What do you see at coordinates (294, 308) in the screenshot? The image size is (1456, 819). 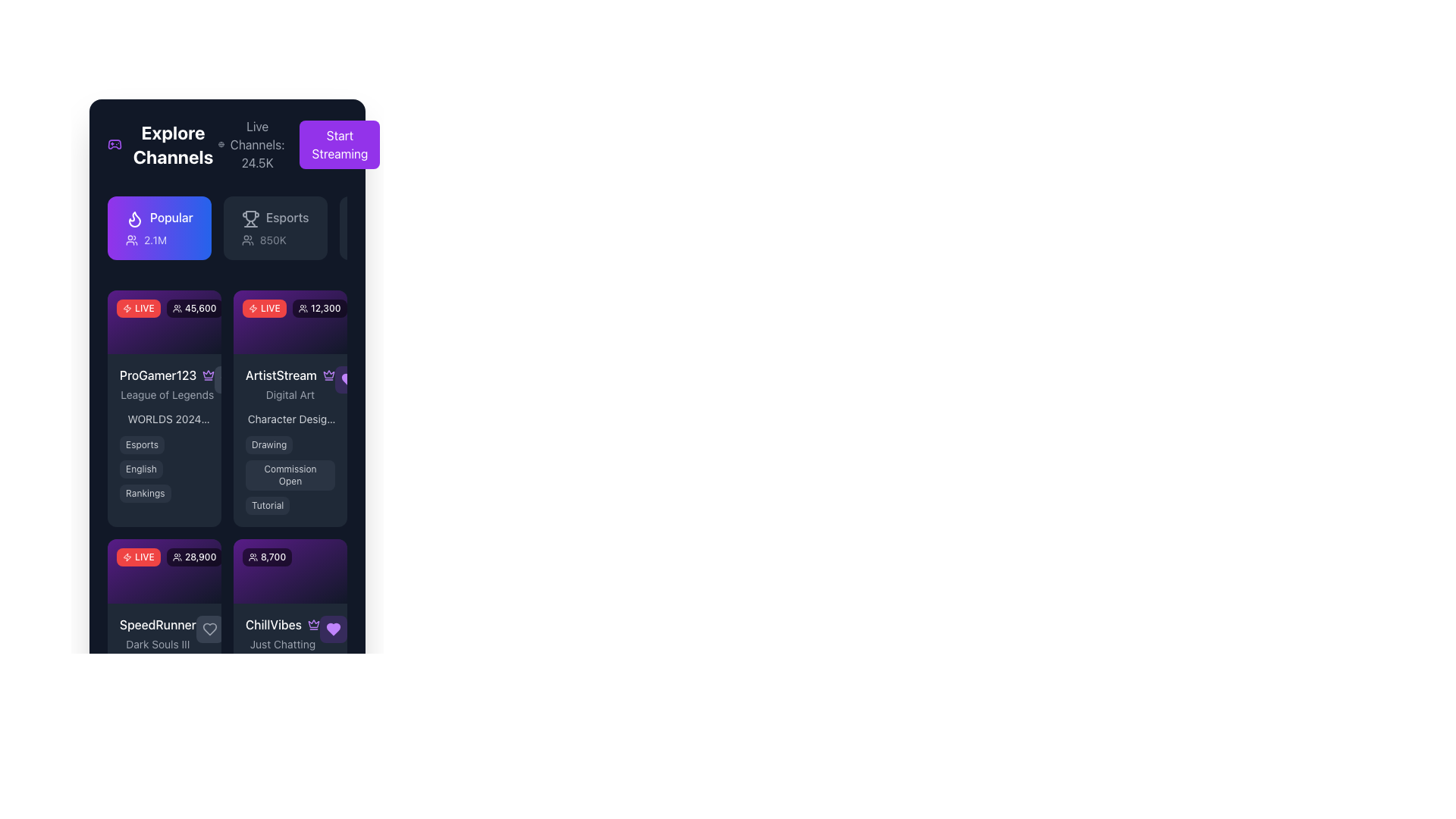 I see `the Badge element that displays 'LIVE' with a red background and '12,300' with a darker background, featuring lightning bolt and group icons` at bounding box center [294, 308].